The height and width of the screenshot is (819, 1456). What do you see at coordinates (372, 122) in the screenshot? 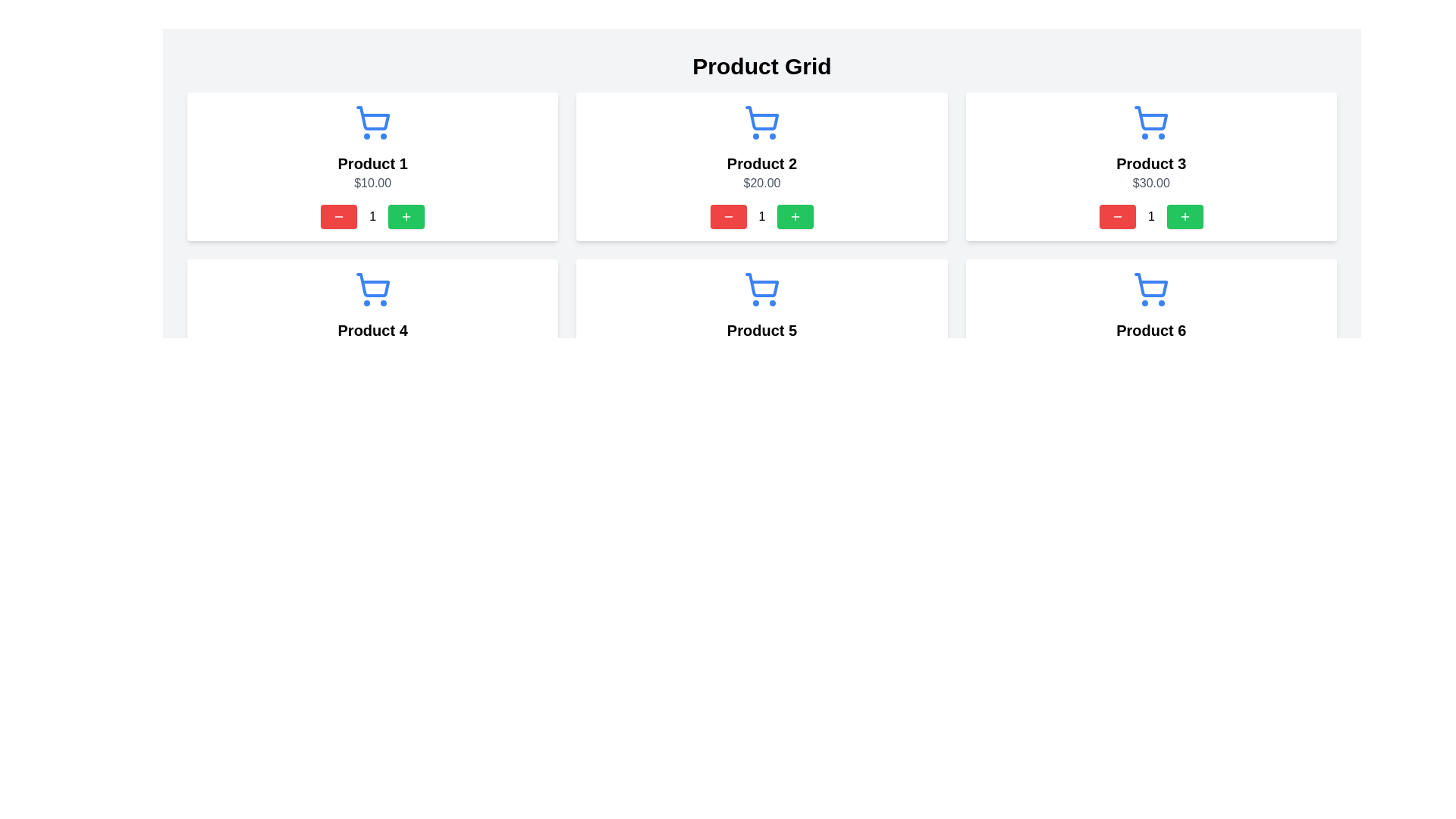
I see `the shopping cart icon located at the top of the card for 'Product 1', which is centered horizontally above the text components 'Product 1' and '$10.00'` at bounding box center [372, 122].